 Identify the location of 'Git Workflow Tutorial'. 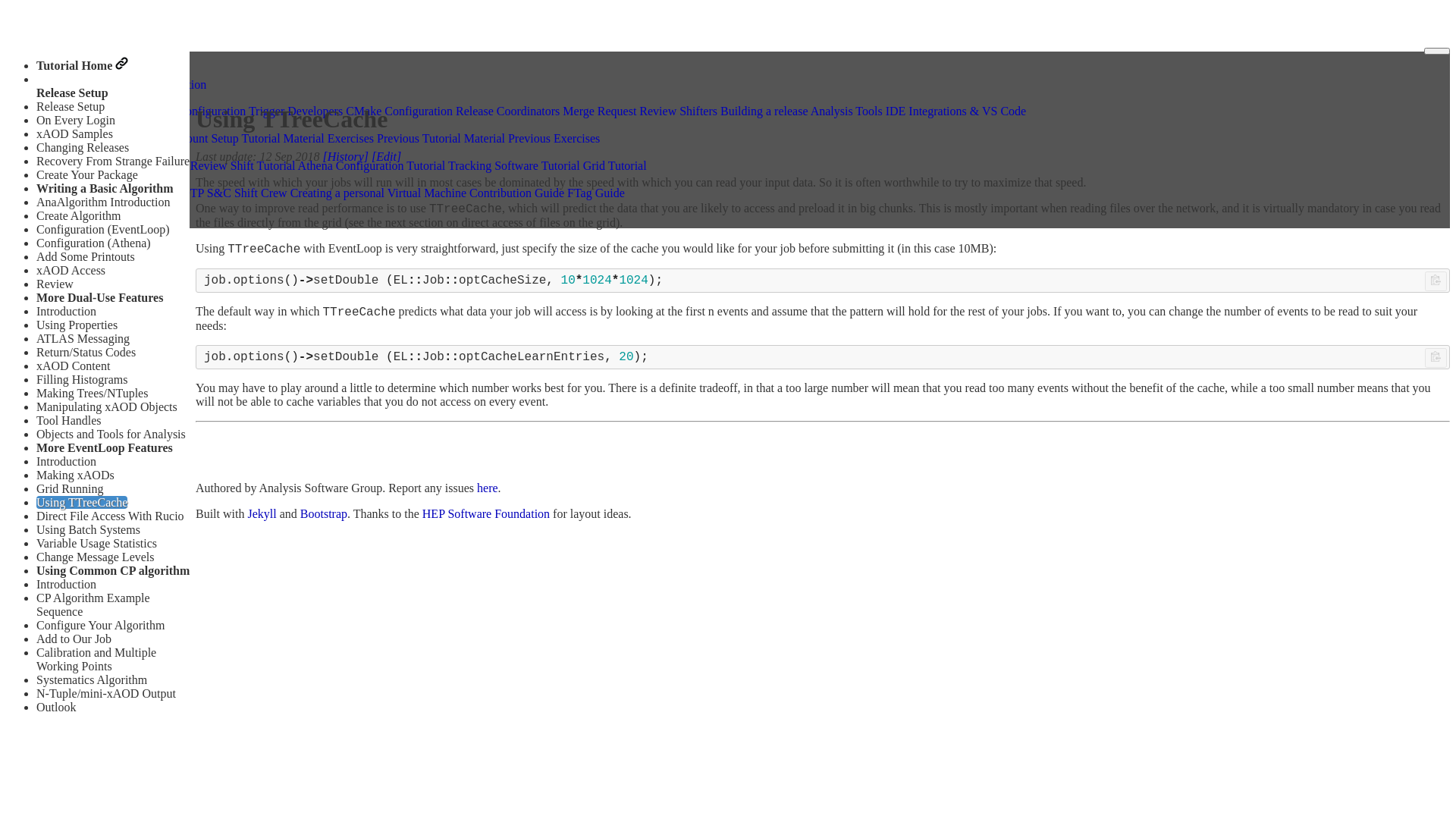
(97, 165).